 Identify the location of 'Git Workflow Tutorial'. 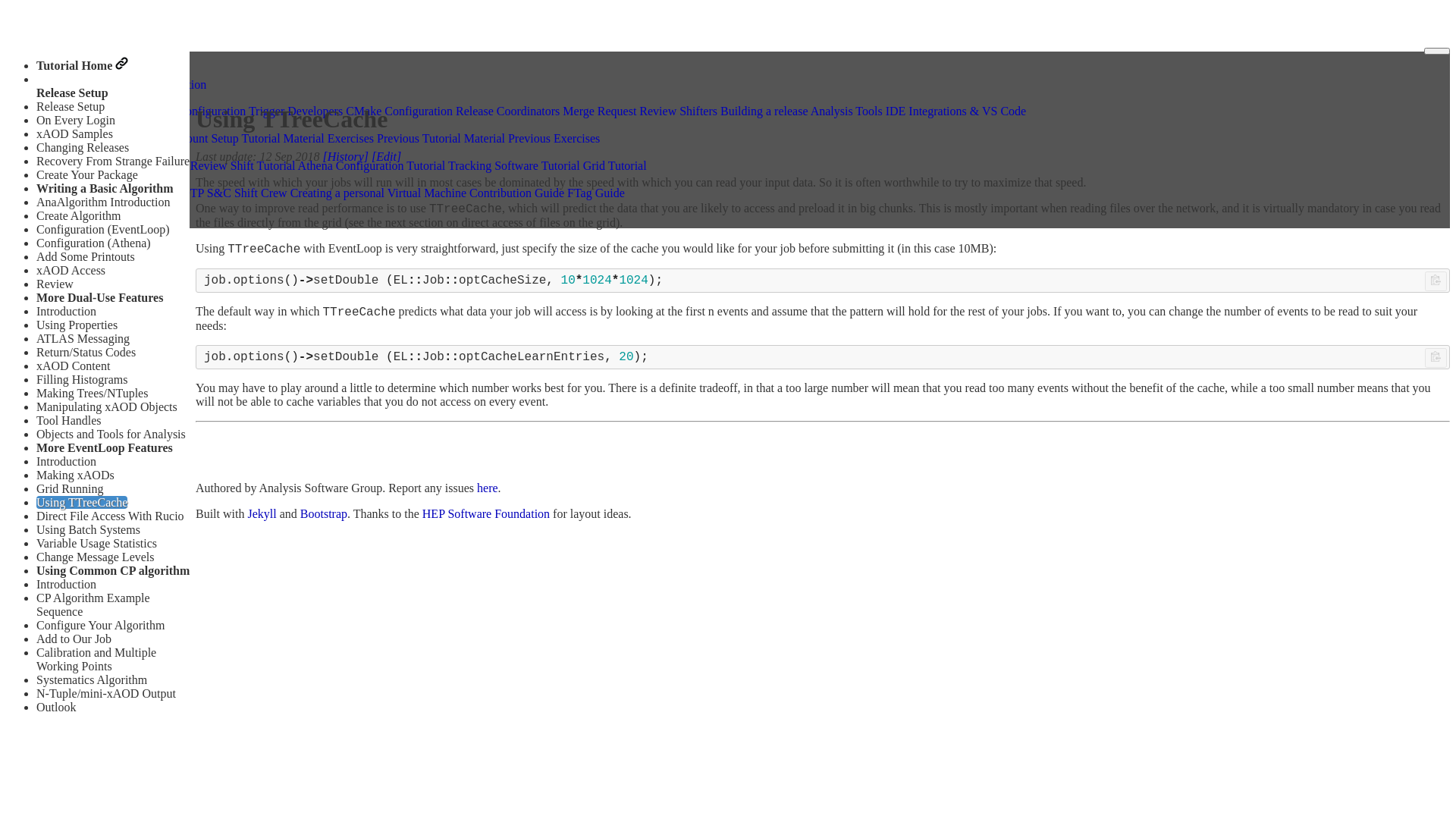
(97, 165).